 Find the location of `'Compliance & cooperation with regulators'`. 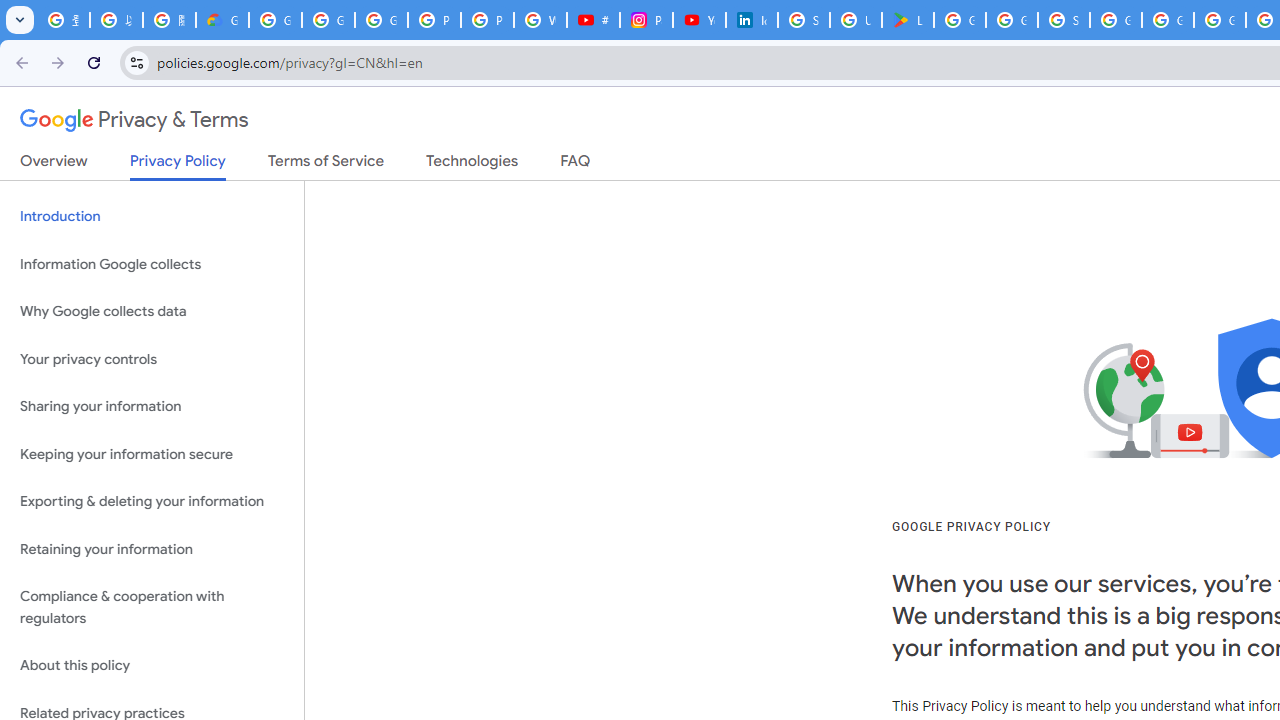

'Compliance & cooperation with regulators' is located at coordinates (151, 607).